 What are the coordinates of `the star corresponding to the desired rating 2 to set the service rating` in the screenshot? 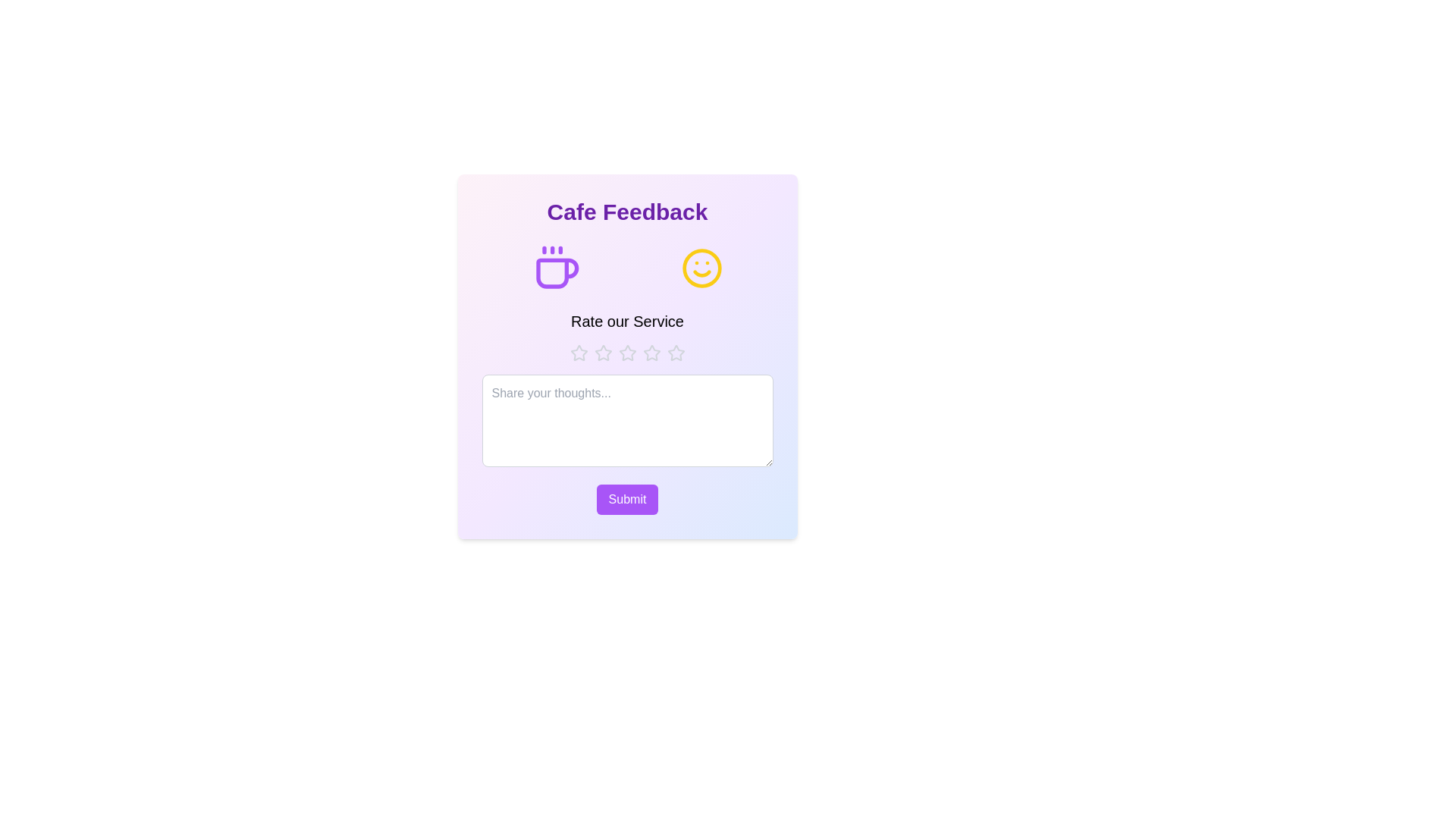 It's located at (602, 353).